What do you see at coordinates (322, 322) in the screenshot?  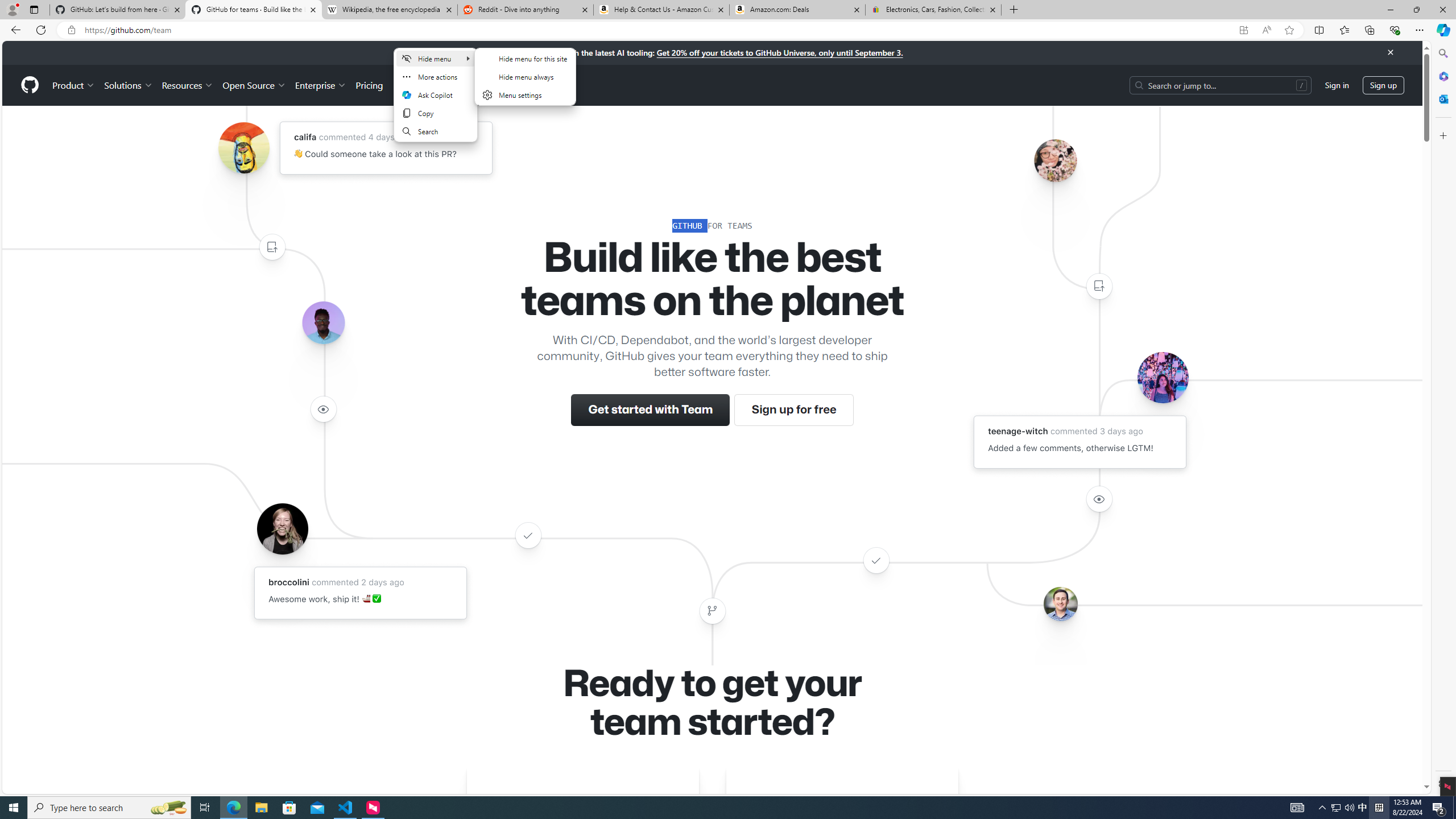 I see `'Avatar of the user lerebear'` at bounding box center [322, 322].